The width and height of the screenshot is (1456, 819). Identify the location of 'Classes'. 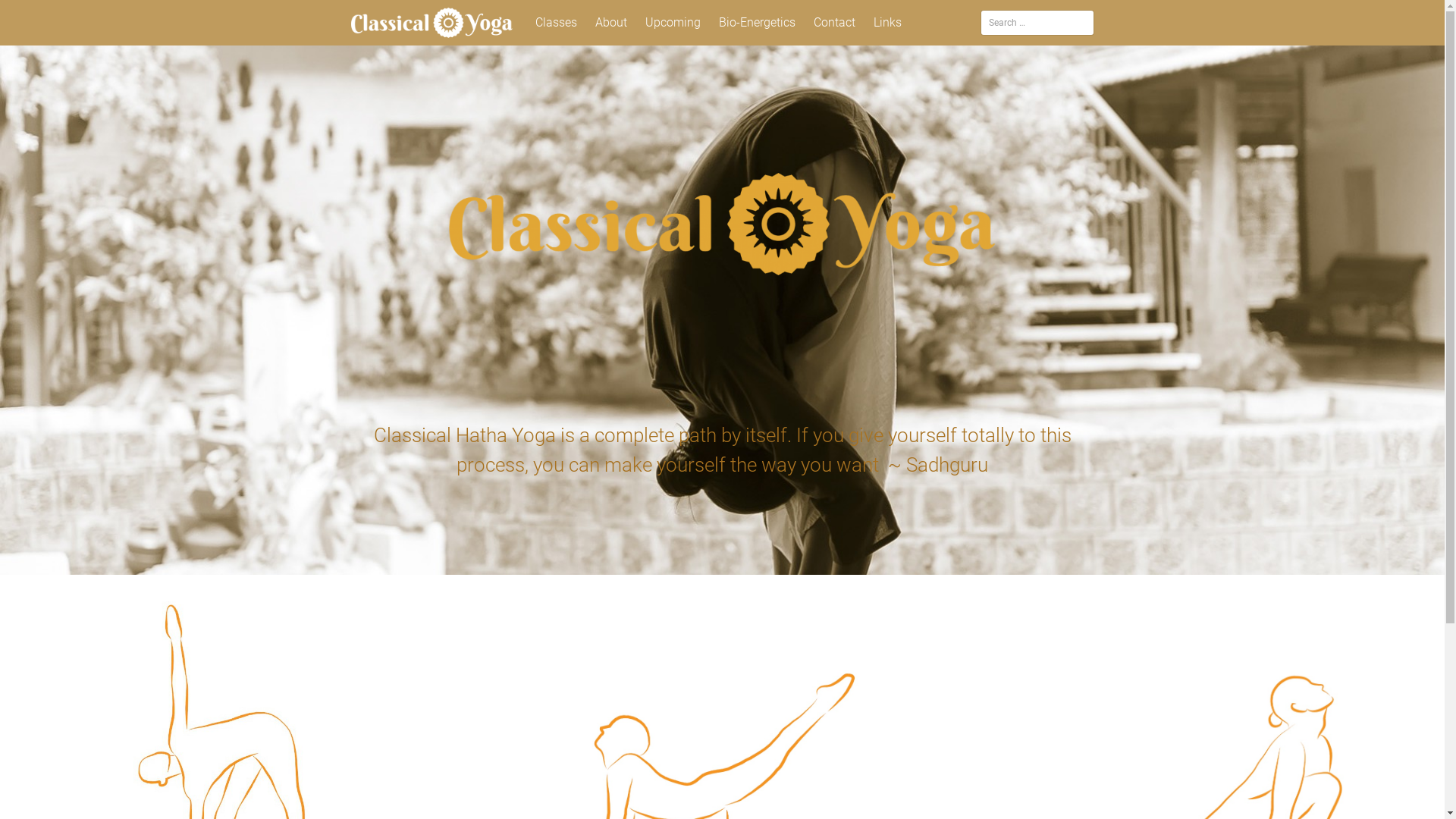
(555, 23).